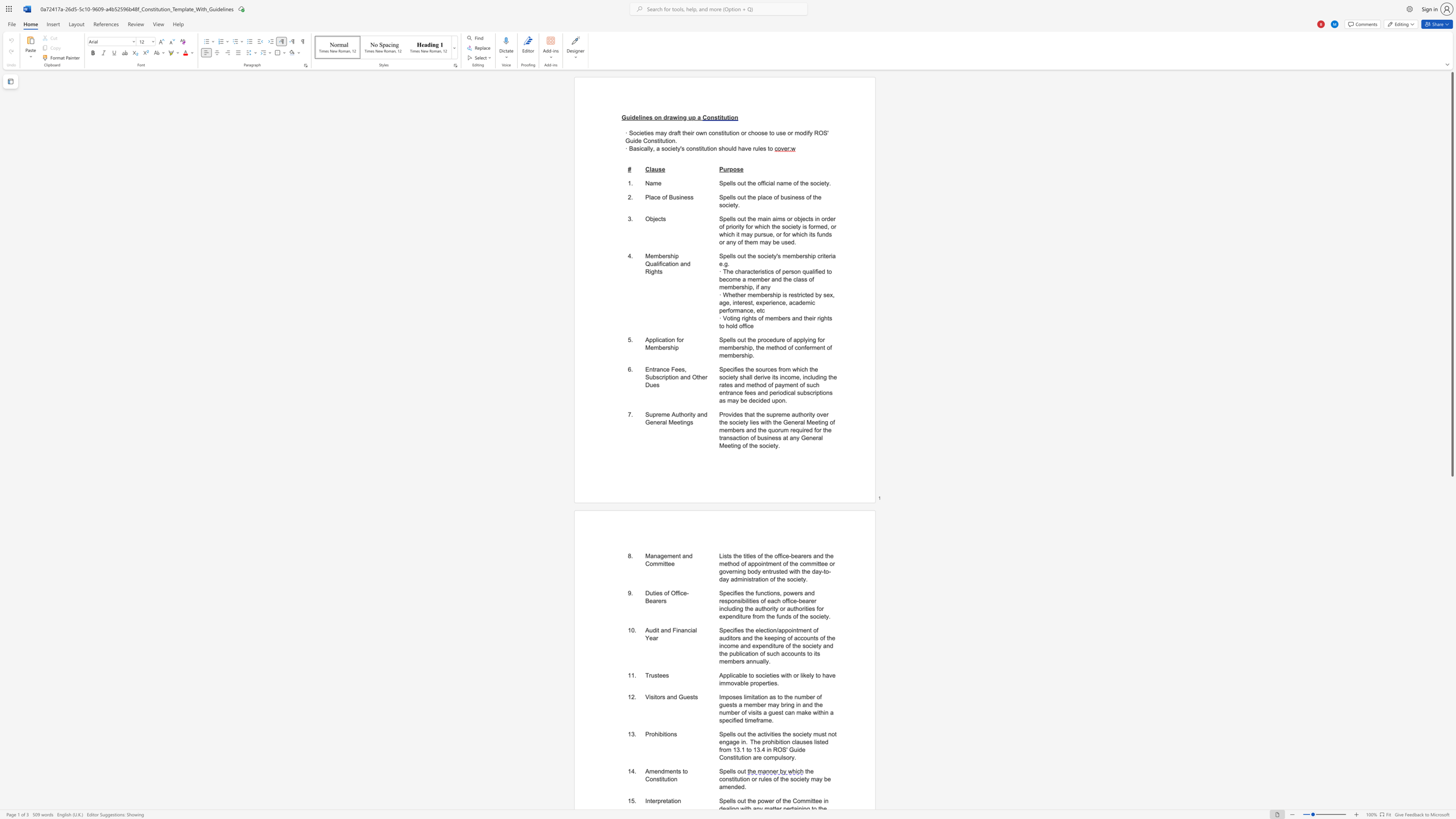  I want to click on the 1th character "f" in the text, so click(665, 197).